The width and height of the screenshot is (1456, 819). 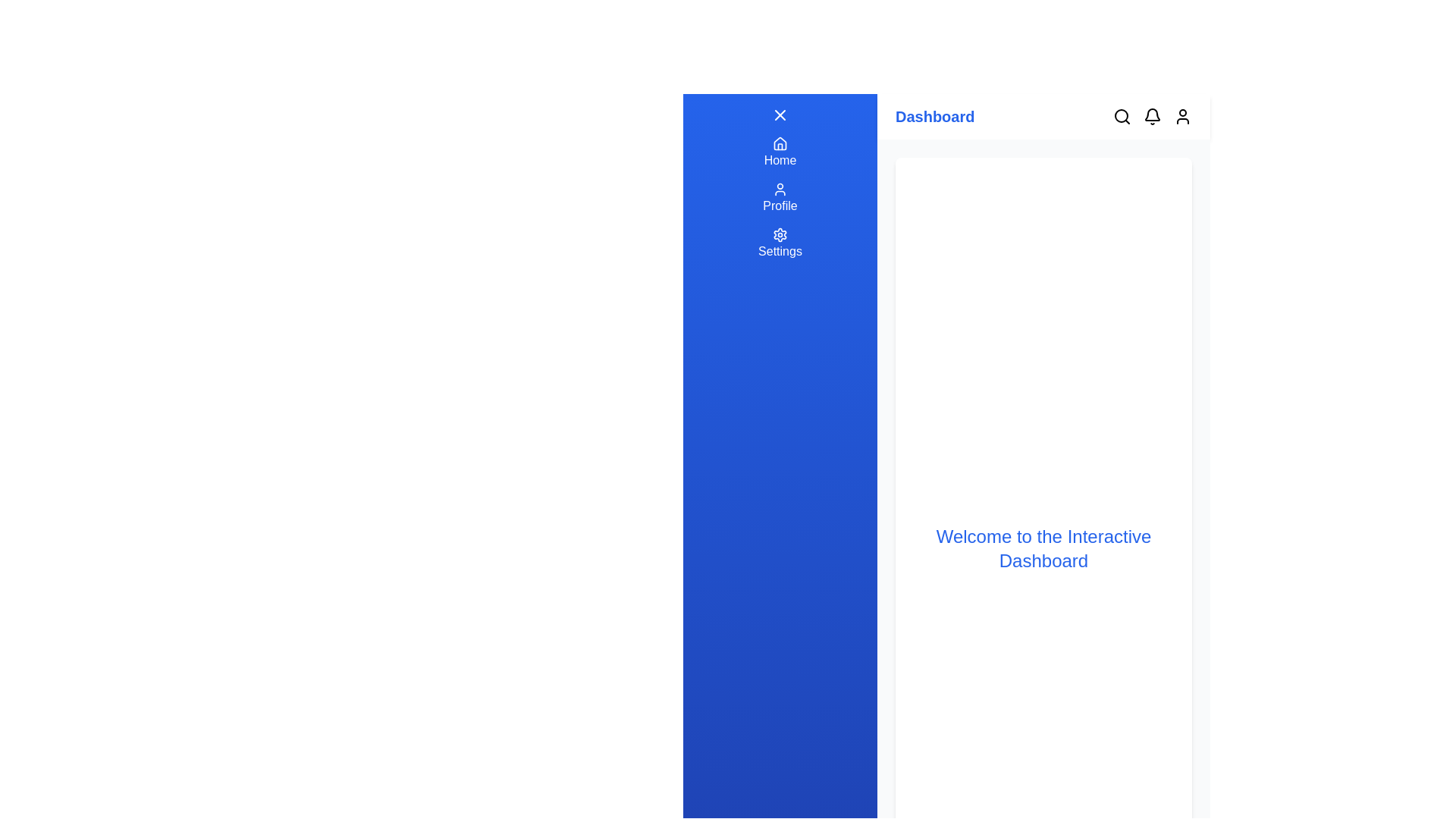 What do you see at coordinates (780, 250) in the screenshot?
I see `the 'Settings' label located below the settings gear icon in the vertical menu` at bounding box center [780, 250].